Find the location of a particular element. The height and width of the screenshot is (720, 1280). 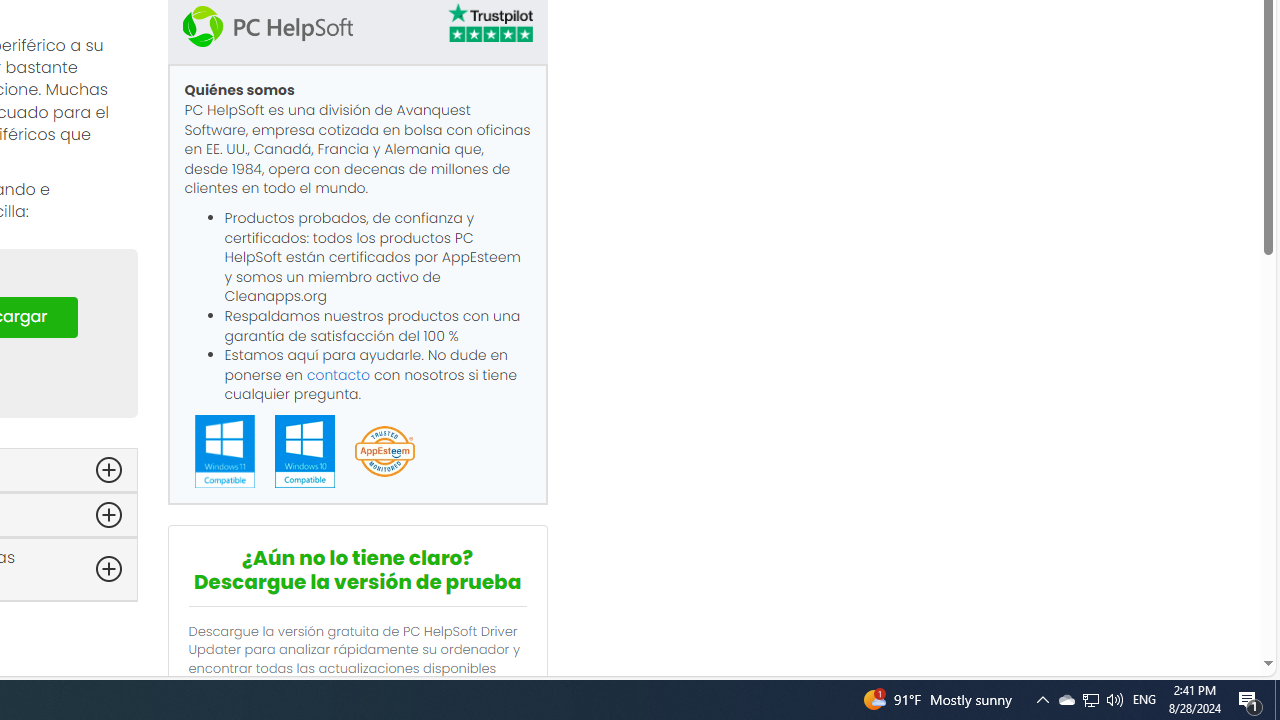

'contacto' is located at coordinates (338, 374).